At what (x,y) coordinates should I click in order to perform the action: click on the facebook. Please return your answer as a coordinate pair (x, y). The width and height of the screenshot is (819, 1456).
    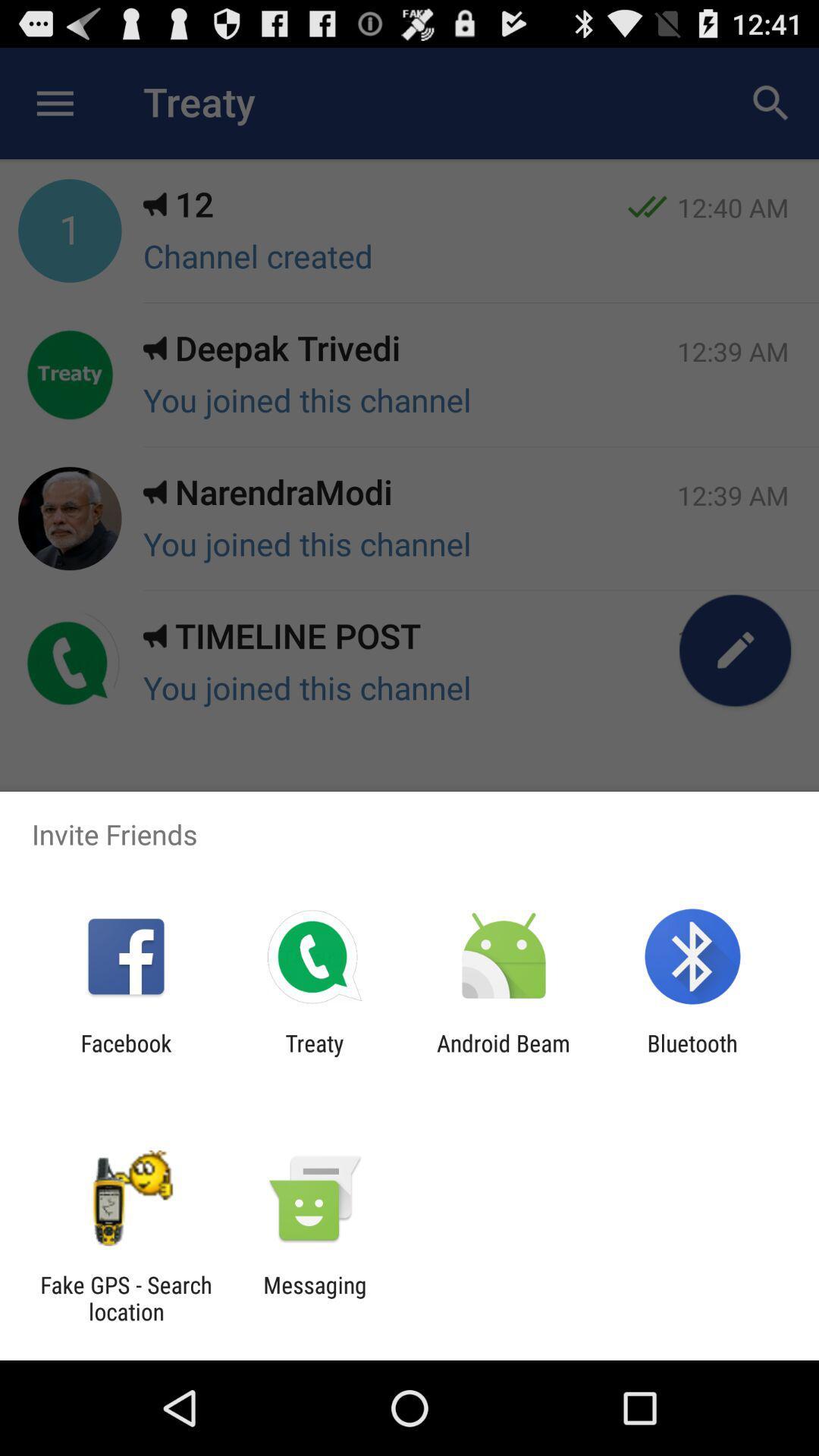
    Looking at the image, I should click on (125, 1056).